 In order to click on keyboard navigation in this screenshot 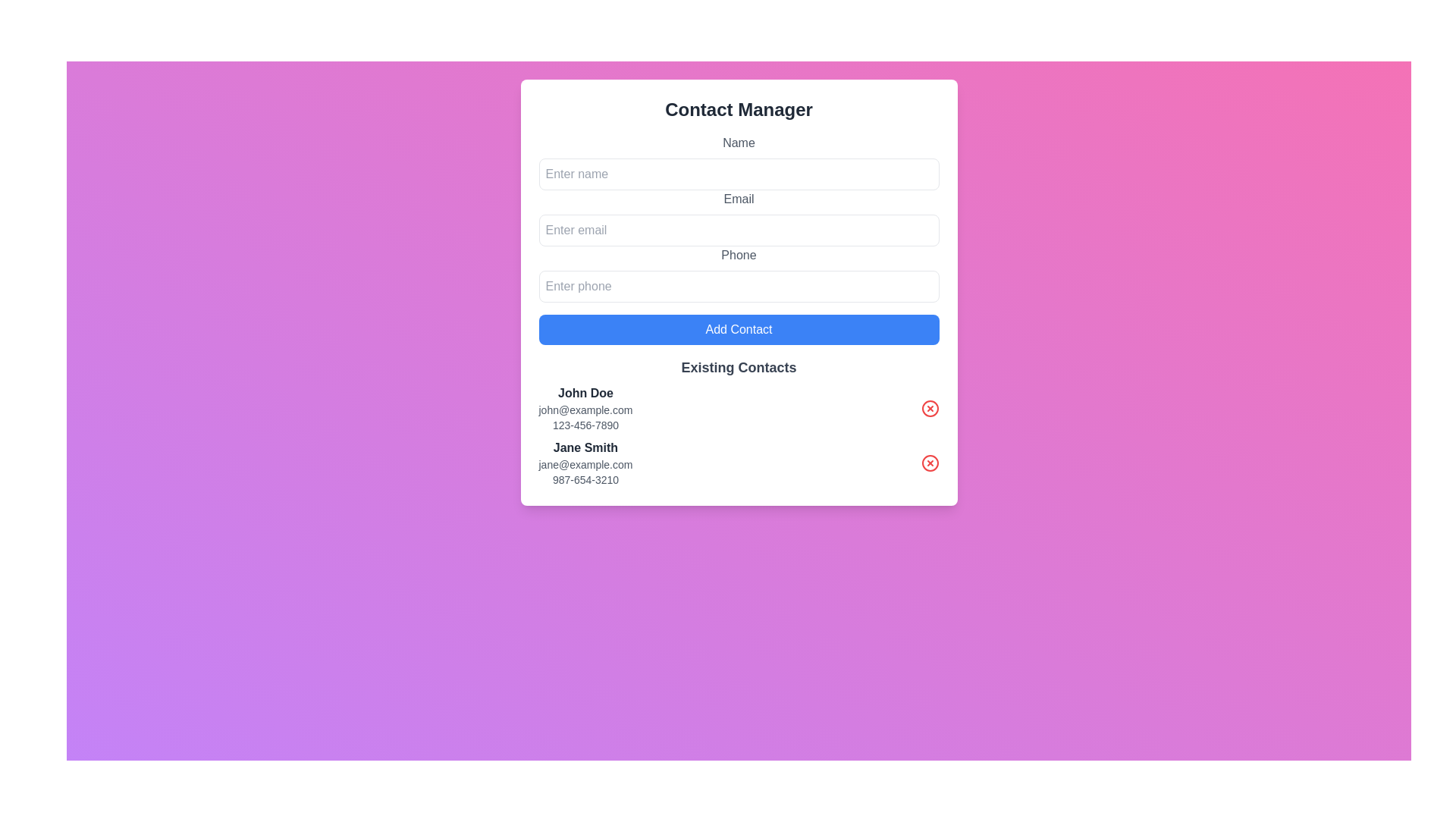, I will do `click(739, 231)`.